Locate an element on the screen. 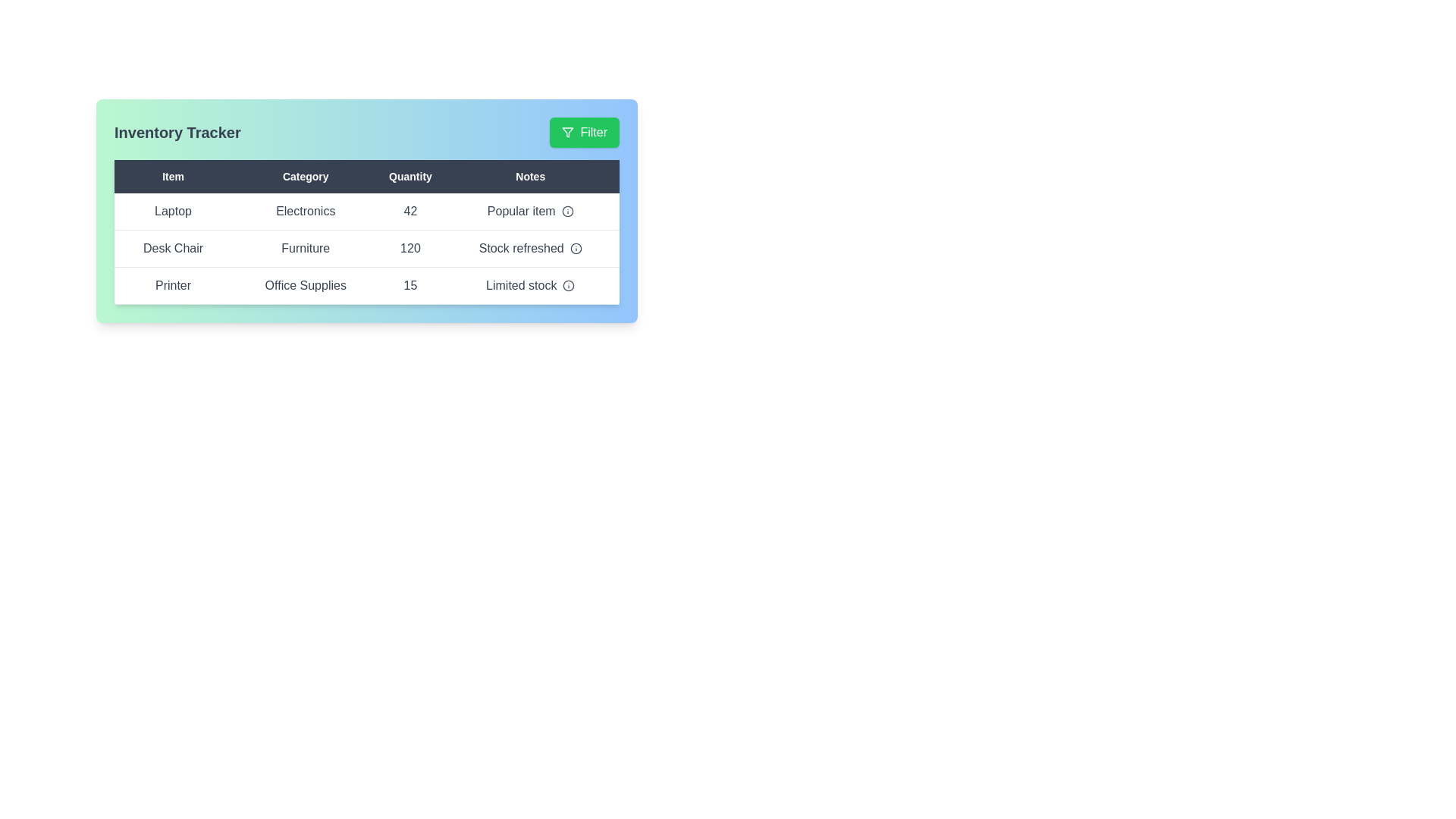 The image size is (1456, 819). the cell containing Desk Chair to select its text is located at coordinates (173, 247).